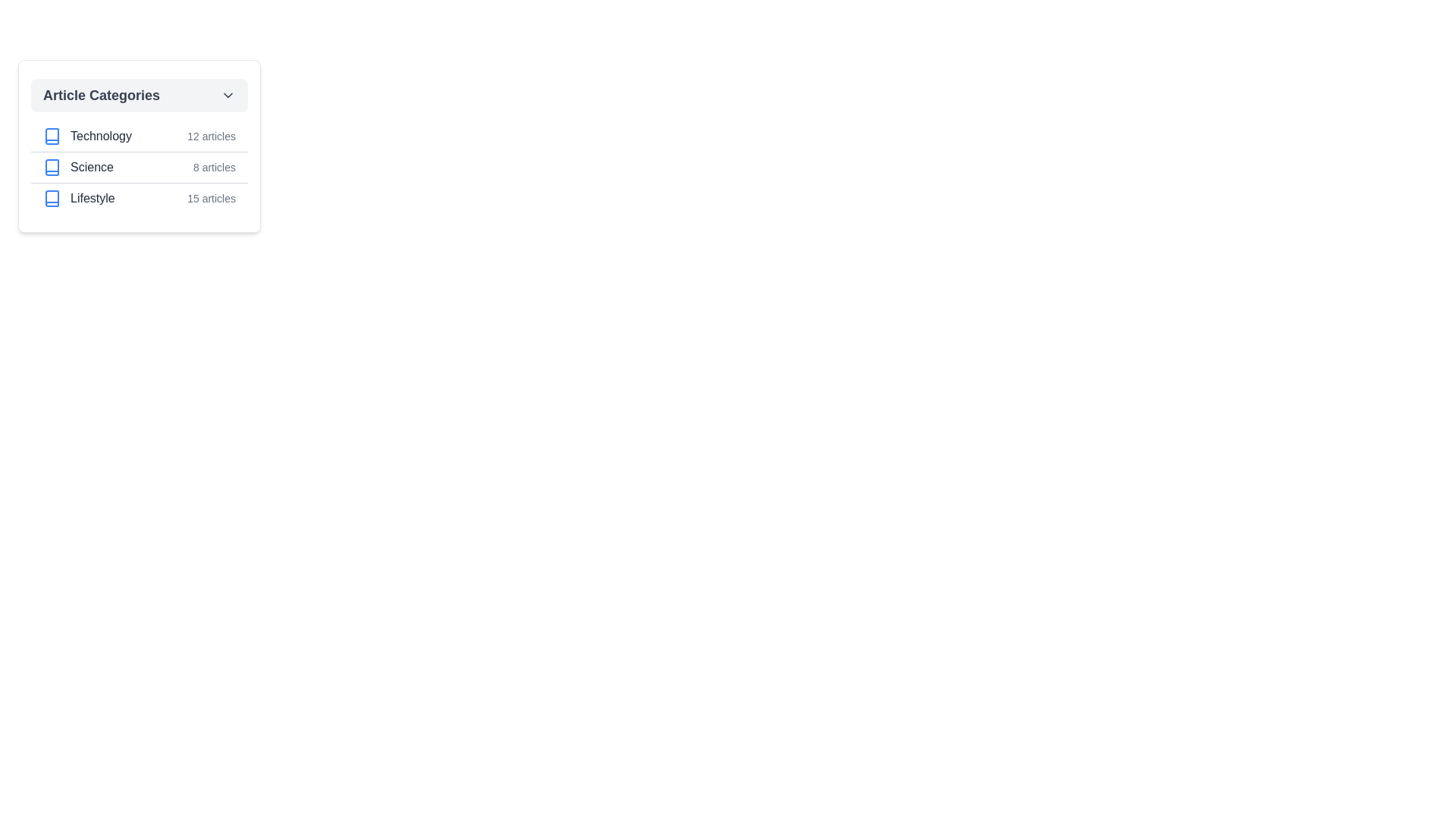 This screenshot has width=1456, height=819. What do you see at coordinates (139, 167) in the screenshot?
I see `the selectable checkbox for the 'Science' category in the Article Categories list` at bounding box center [139, 167].